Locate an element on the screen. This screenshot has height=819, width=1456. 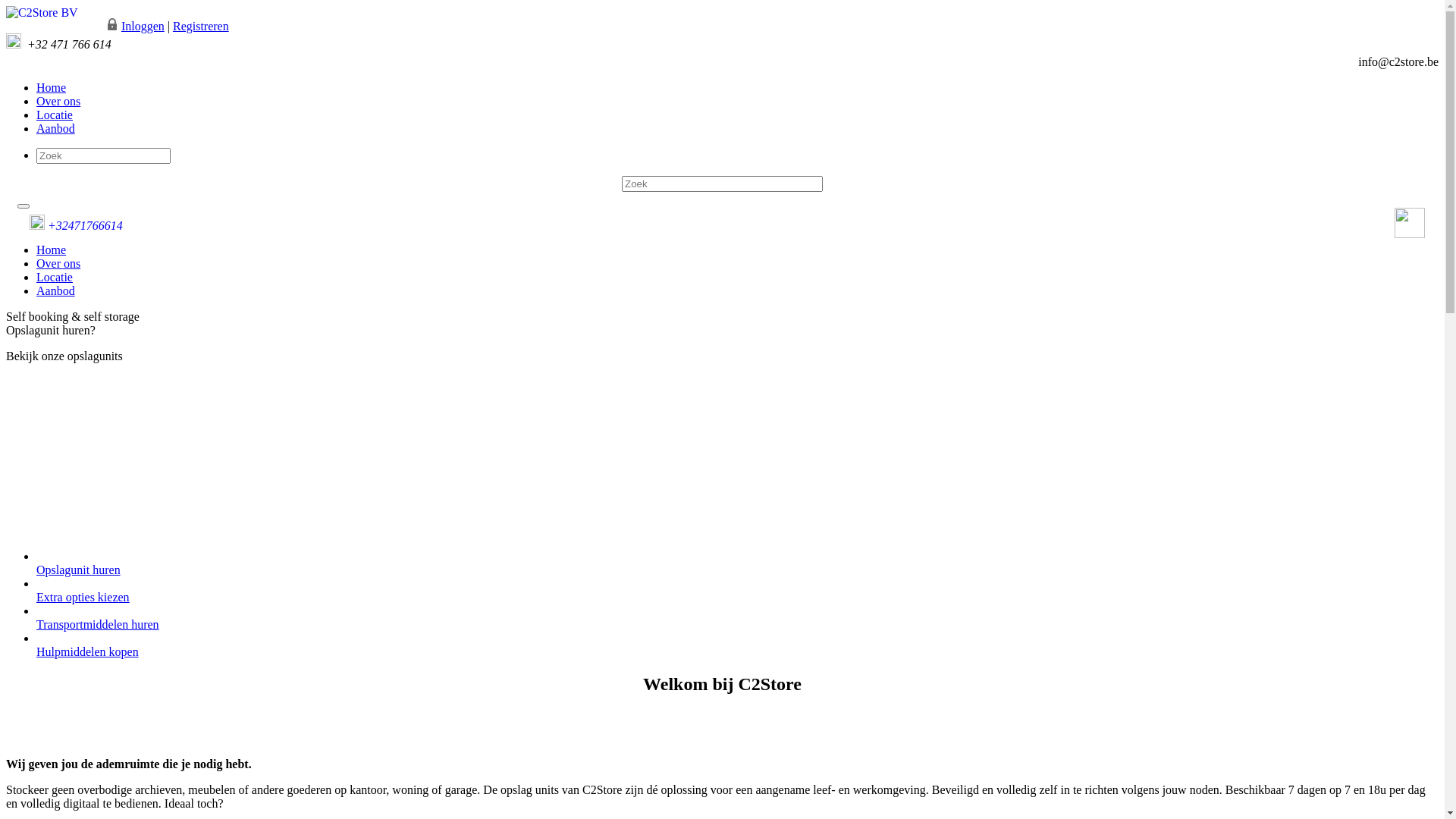
'Inloggen' is located at coordinates (143, 26).